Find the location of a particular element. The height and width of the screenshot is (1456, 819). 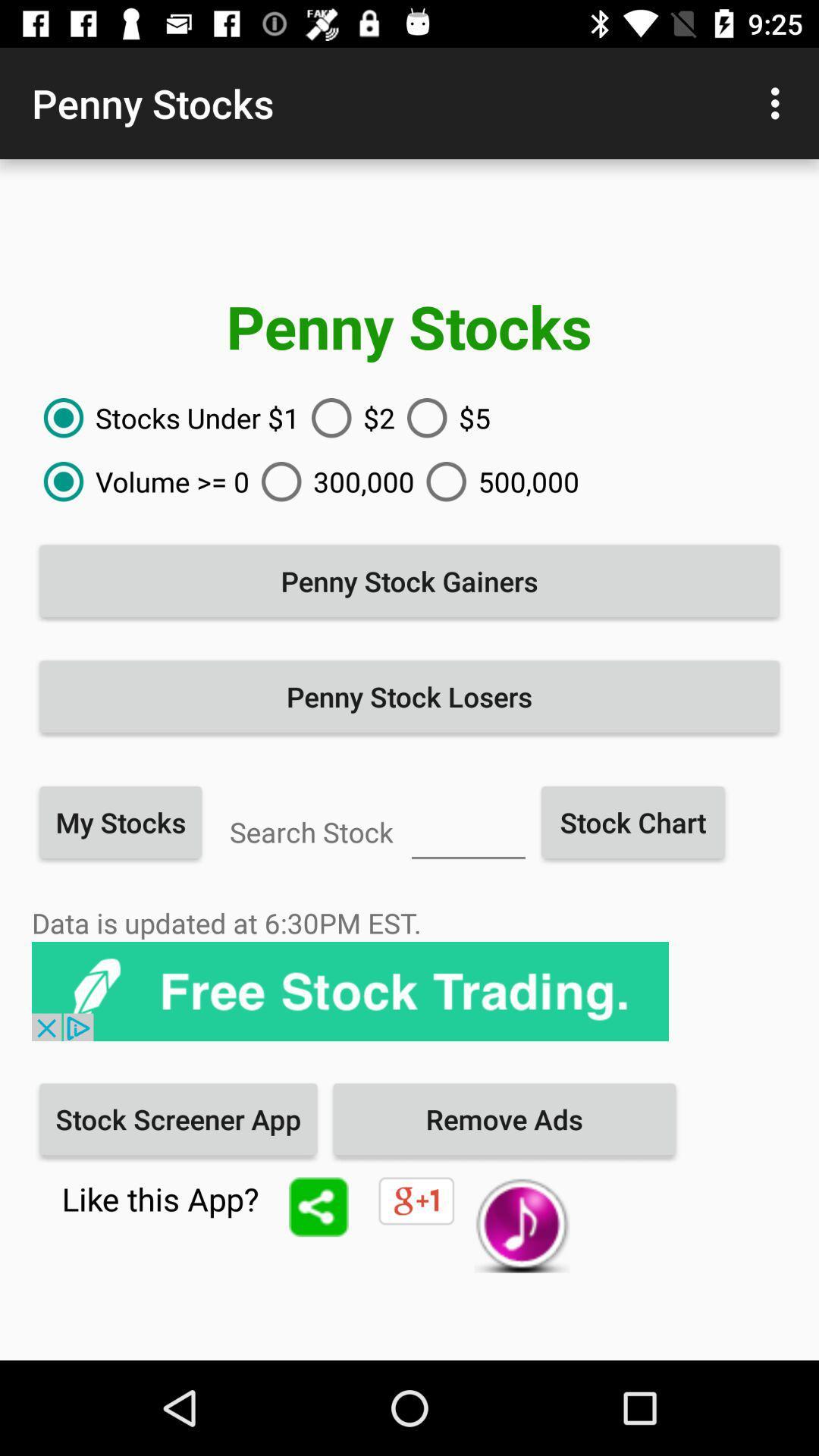

the icon below penny stocks is located at coordinates (443, 418).